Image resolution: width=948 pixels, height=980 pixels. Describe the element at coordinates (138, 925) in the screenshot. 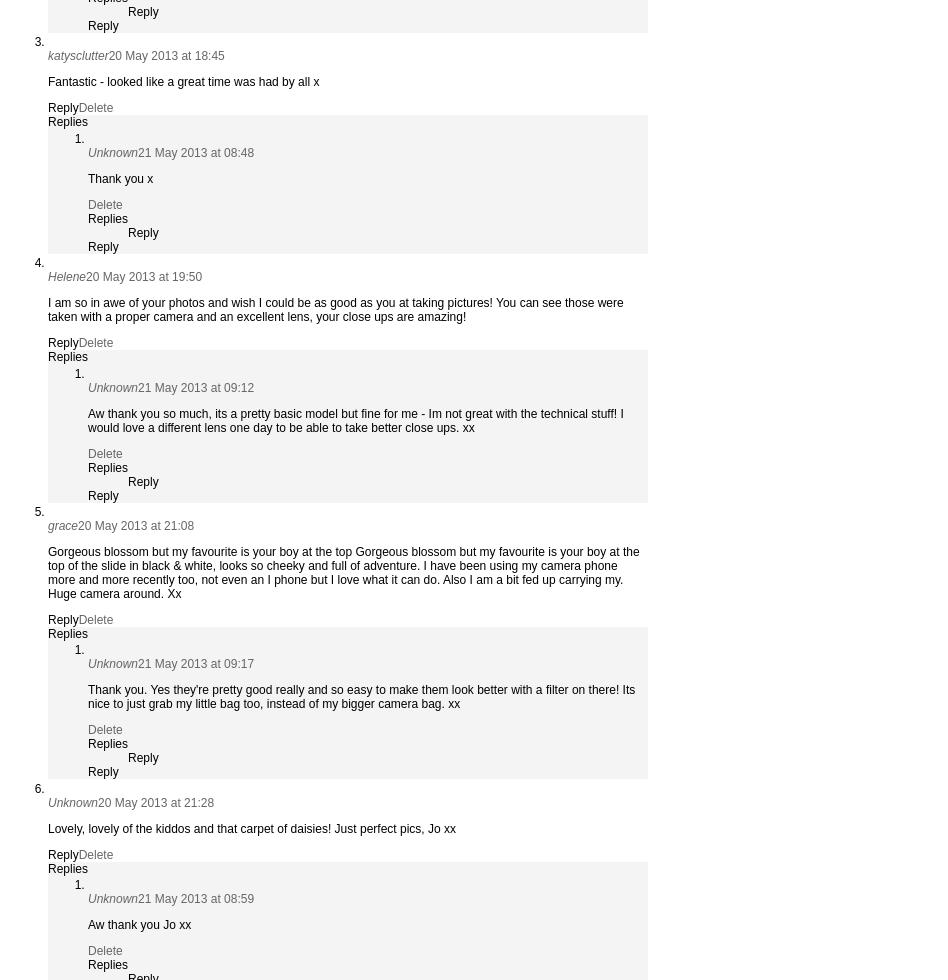

I see `'Aw thank you Jo xx'` at that location.